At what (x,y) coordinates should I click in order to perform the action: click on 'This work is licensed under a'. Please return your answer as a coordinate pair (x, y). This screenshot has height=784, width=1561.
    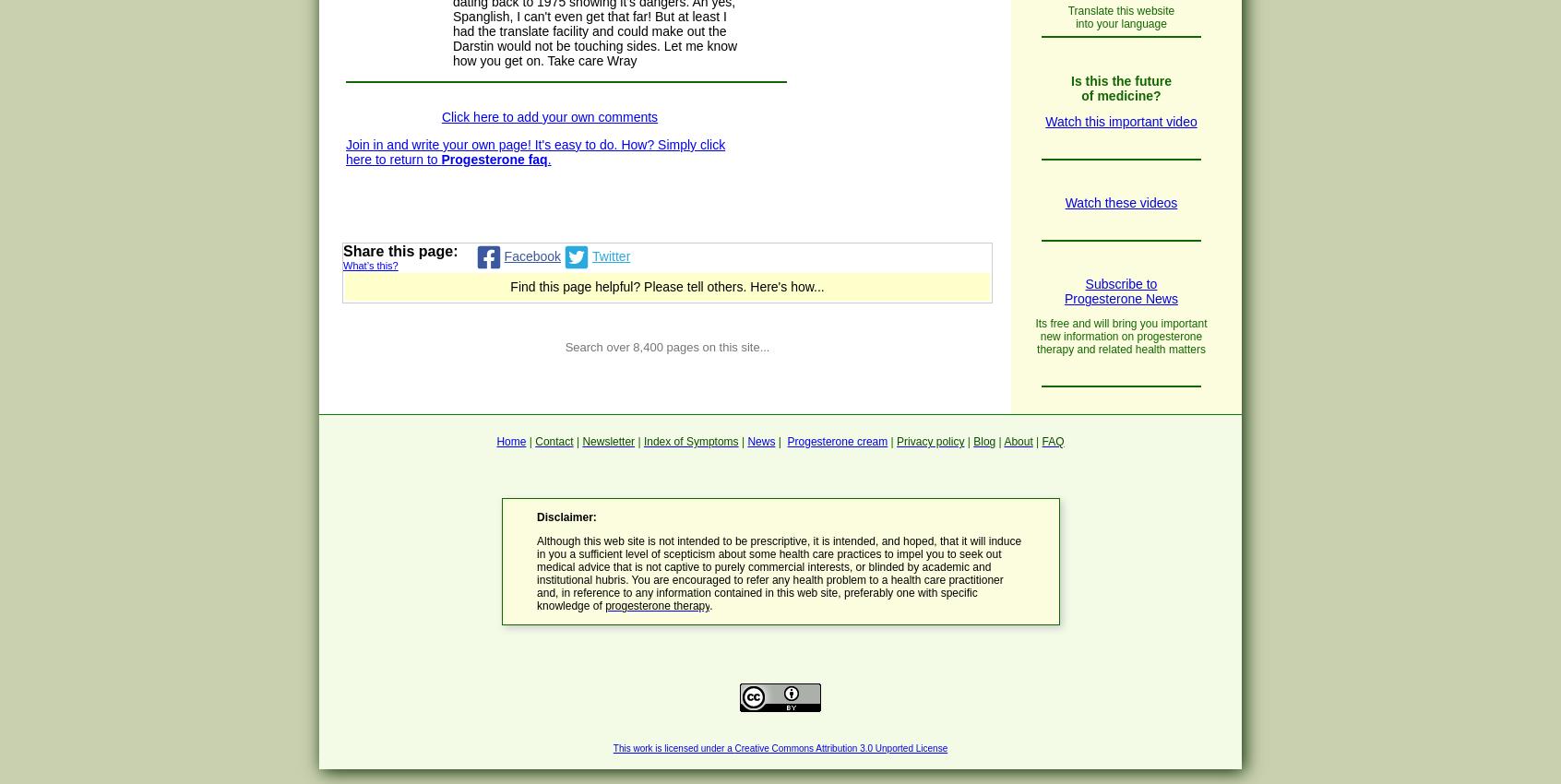
    Looking at the image, I should click on (672, 748).